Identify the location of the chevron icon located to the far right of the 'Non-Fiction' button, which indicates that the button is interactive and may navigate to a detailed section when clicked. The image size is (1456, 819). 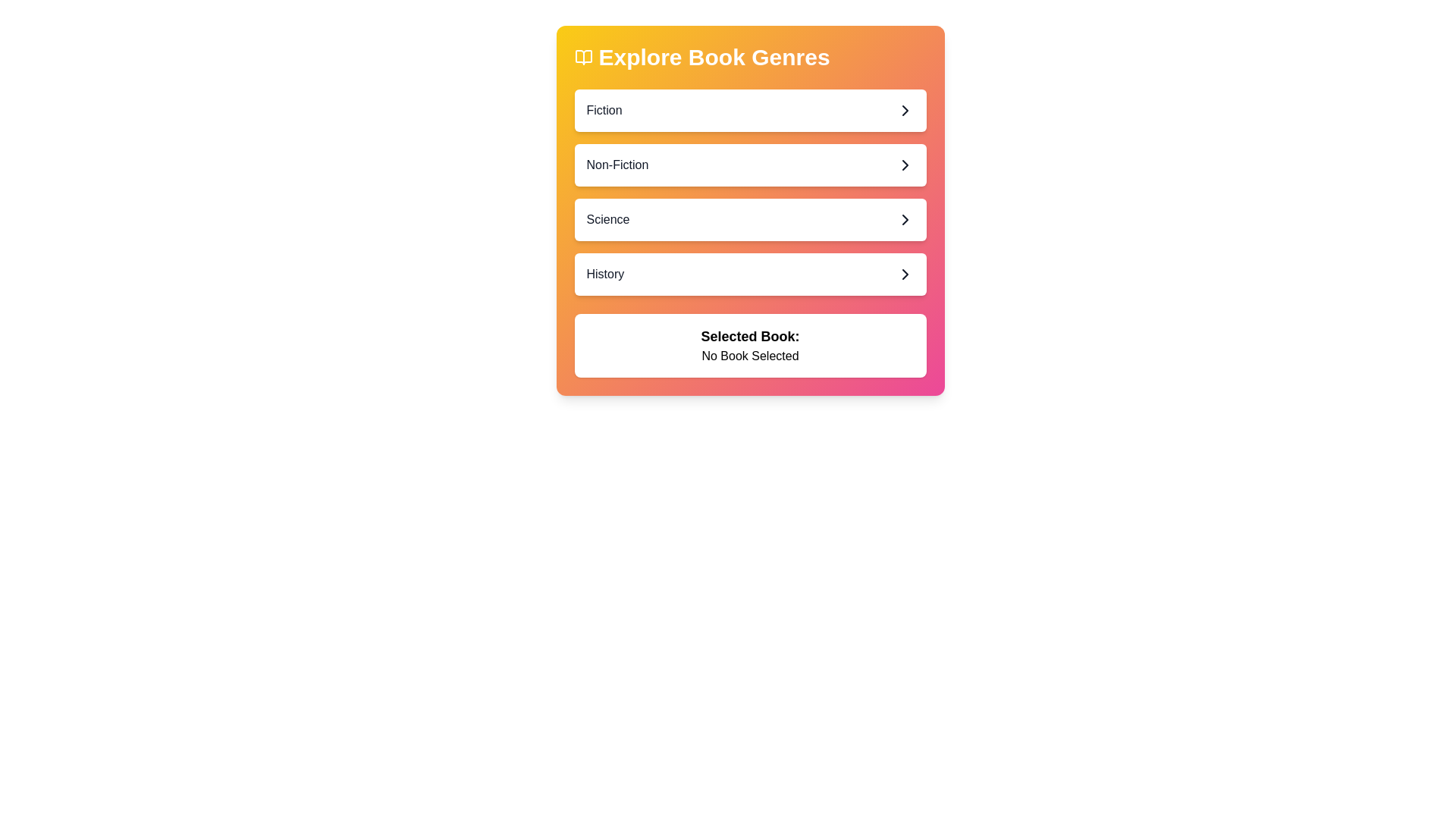
(905, 165).